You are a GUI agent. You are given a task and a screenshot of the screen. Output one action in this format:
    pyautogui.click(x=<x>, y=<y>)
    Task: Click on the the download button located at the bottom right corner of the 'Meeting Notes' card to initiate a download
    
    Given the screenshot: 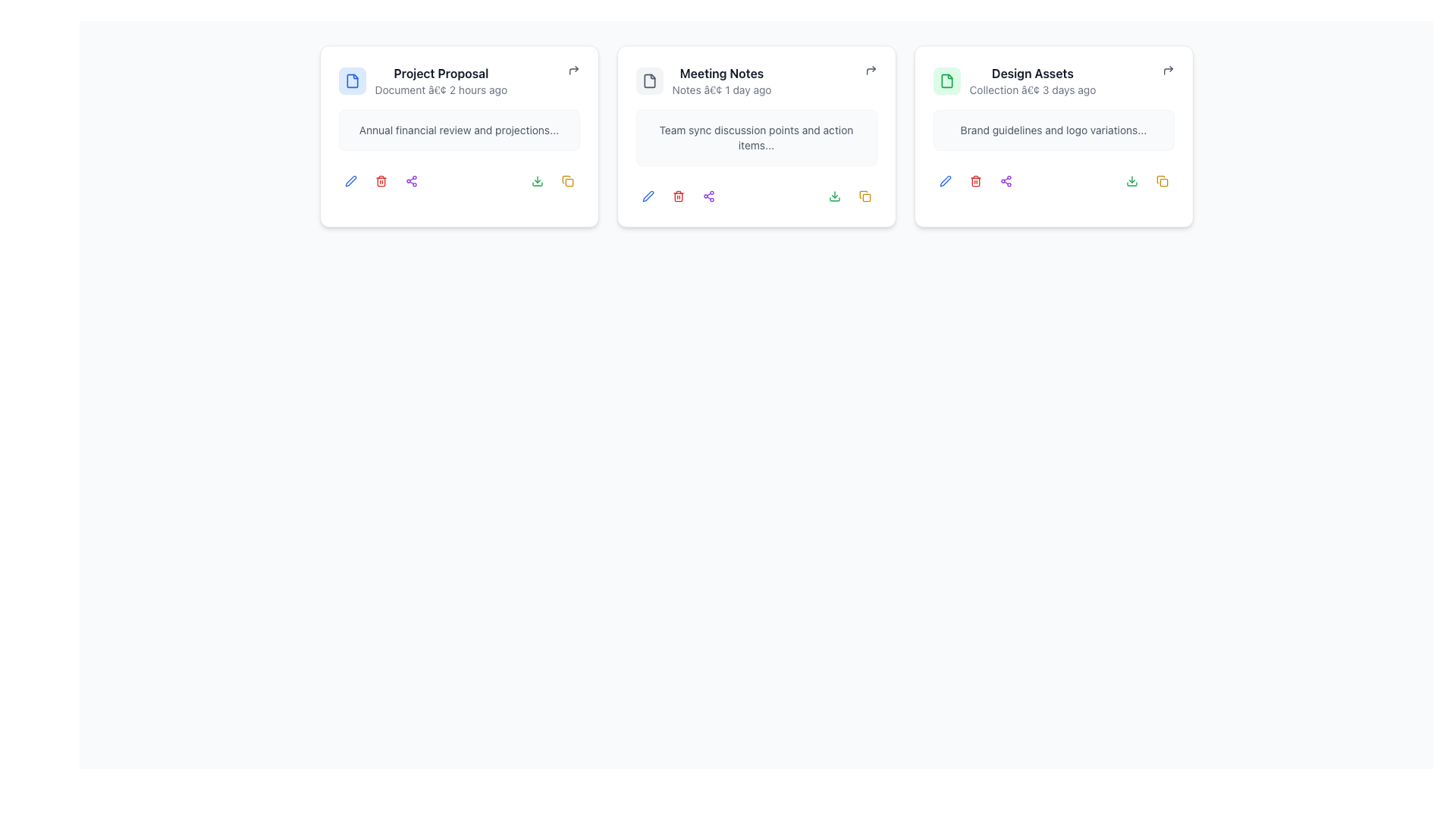 What is the action you would take?
    pyautogui.click(x=833, y=195)
    